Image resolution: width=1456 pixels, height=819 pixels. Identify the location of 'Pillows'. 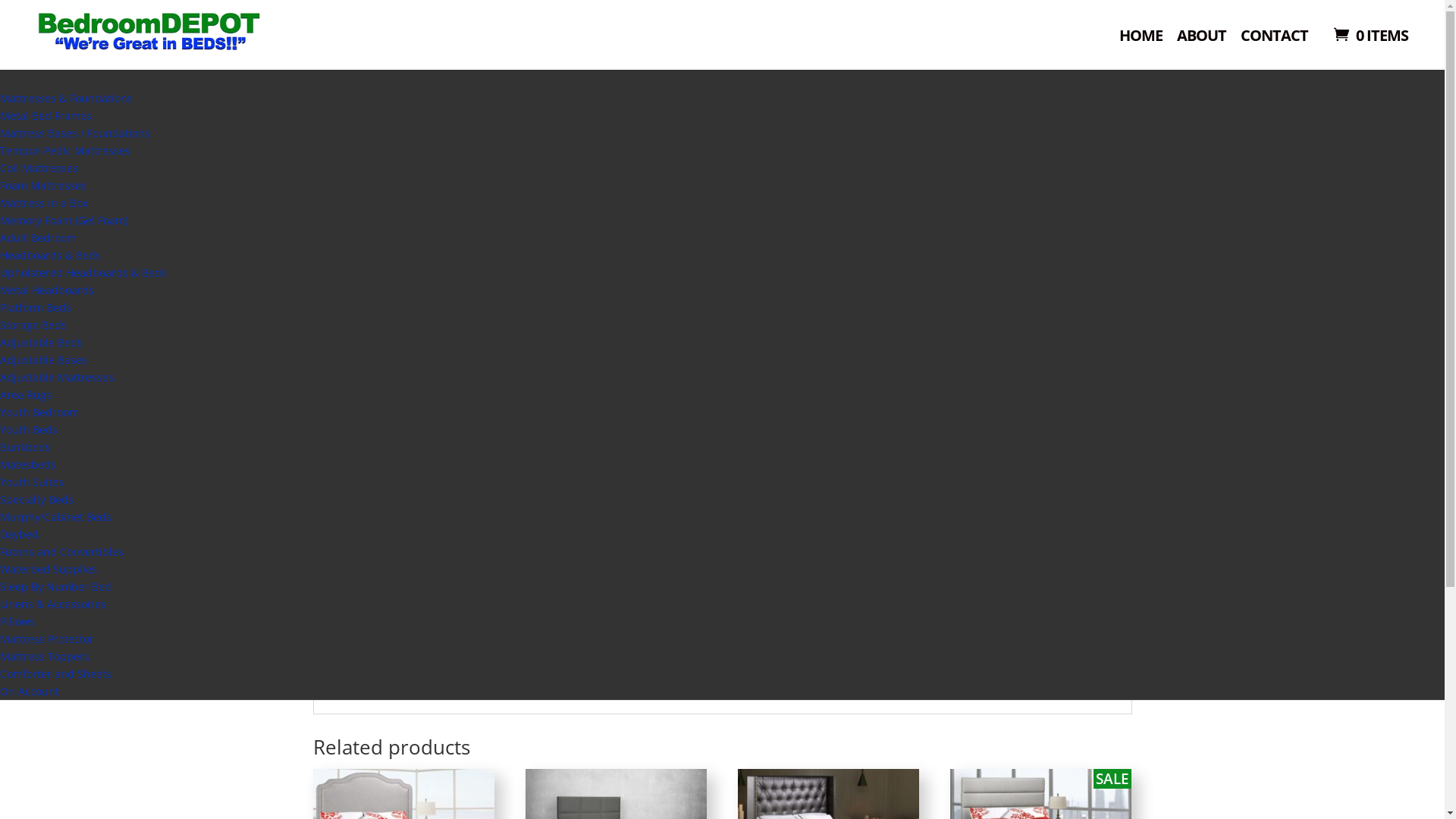
(0, 621).